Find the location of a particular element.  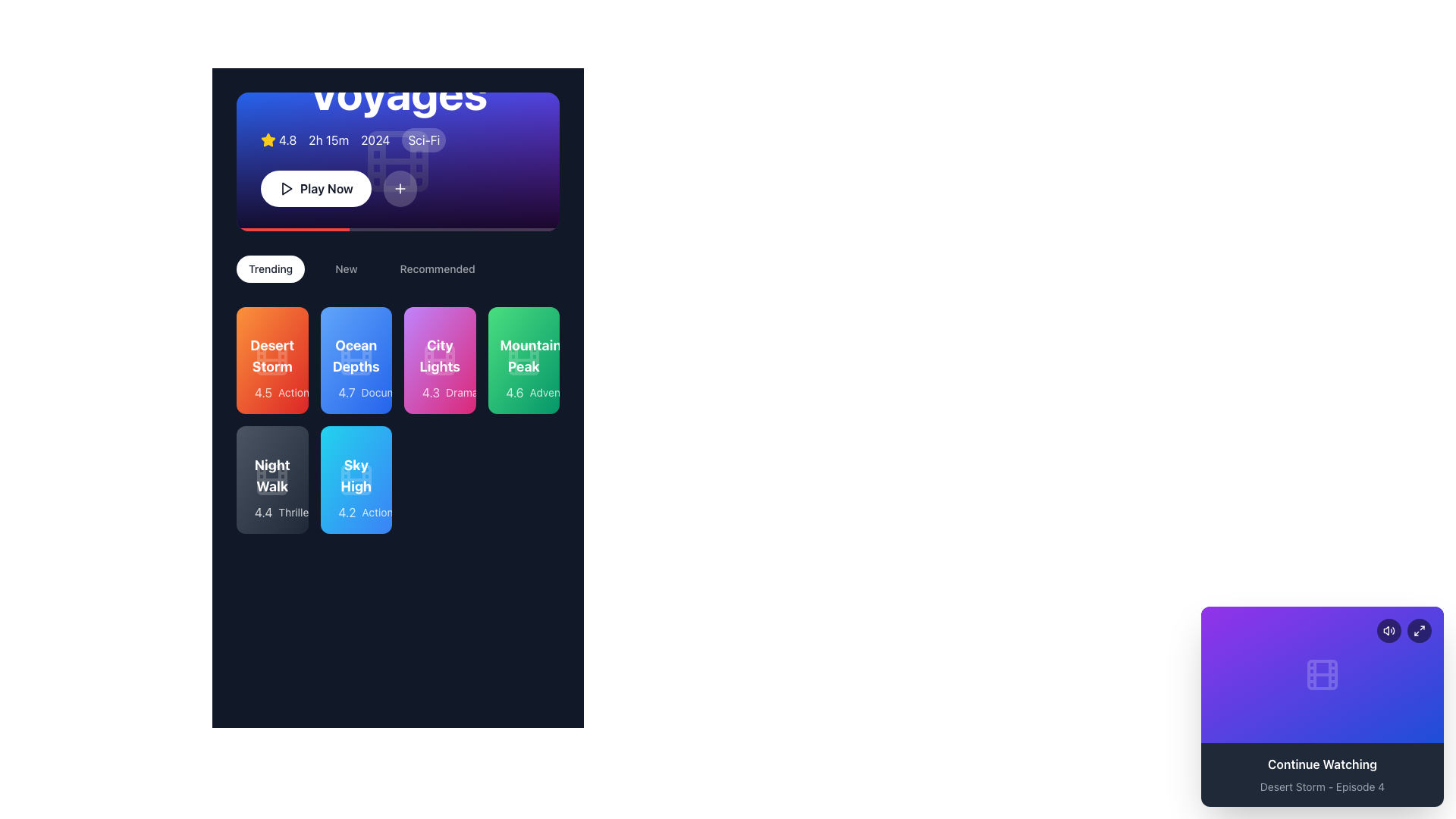

the navigation button labeled 'New' is located at coordinates (345, 268).